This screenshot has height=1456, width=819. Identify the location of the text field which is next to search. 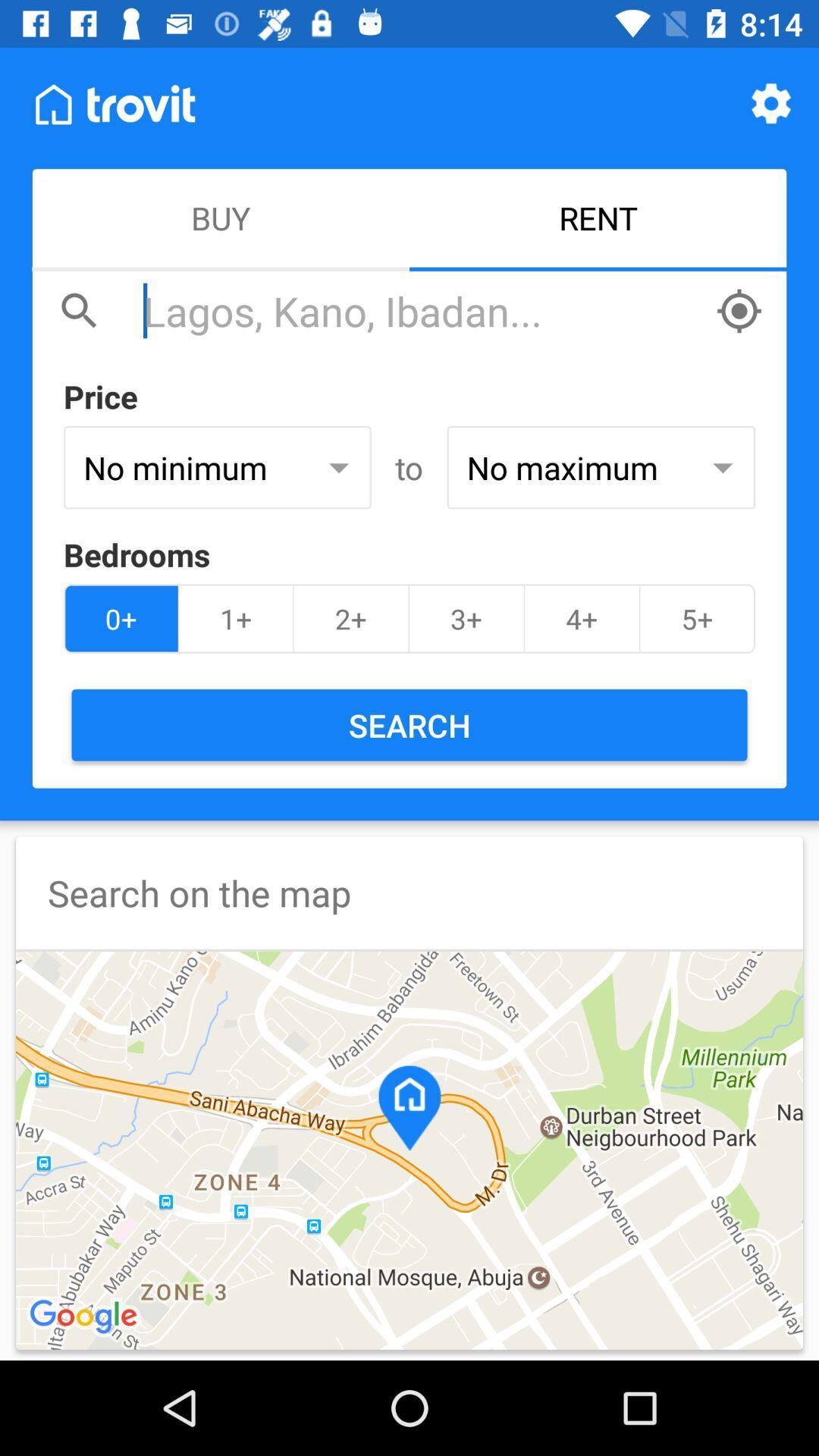
(421, 310).